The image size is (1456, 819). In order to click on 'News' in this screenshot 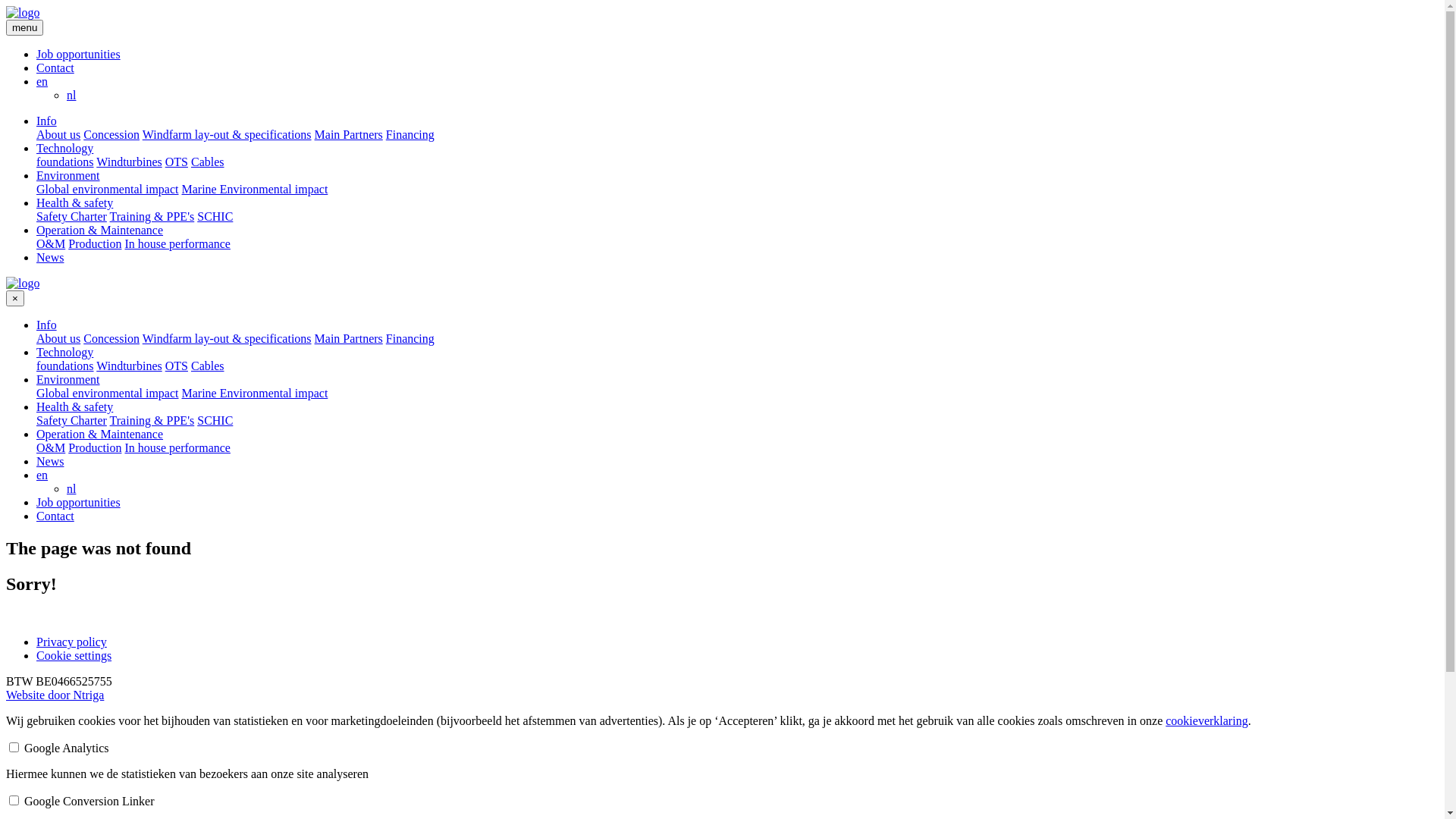, I will do `click(50, 460)`.